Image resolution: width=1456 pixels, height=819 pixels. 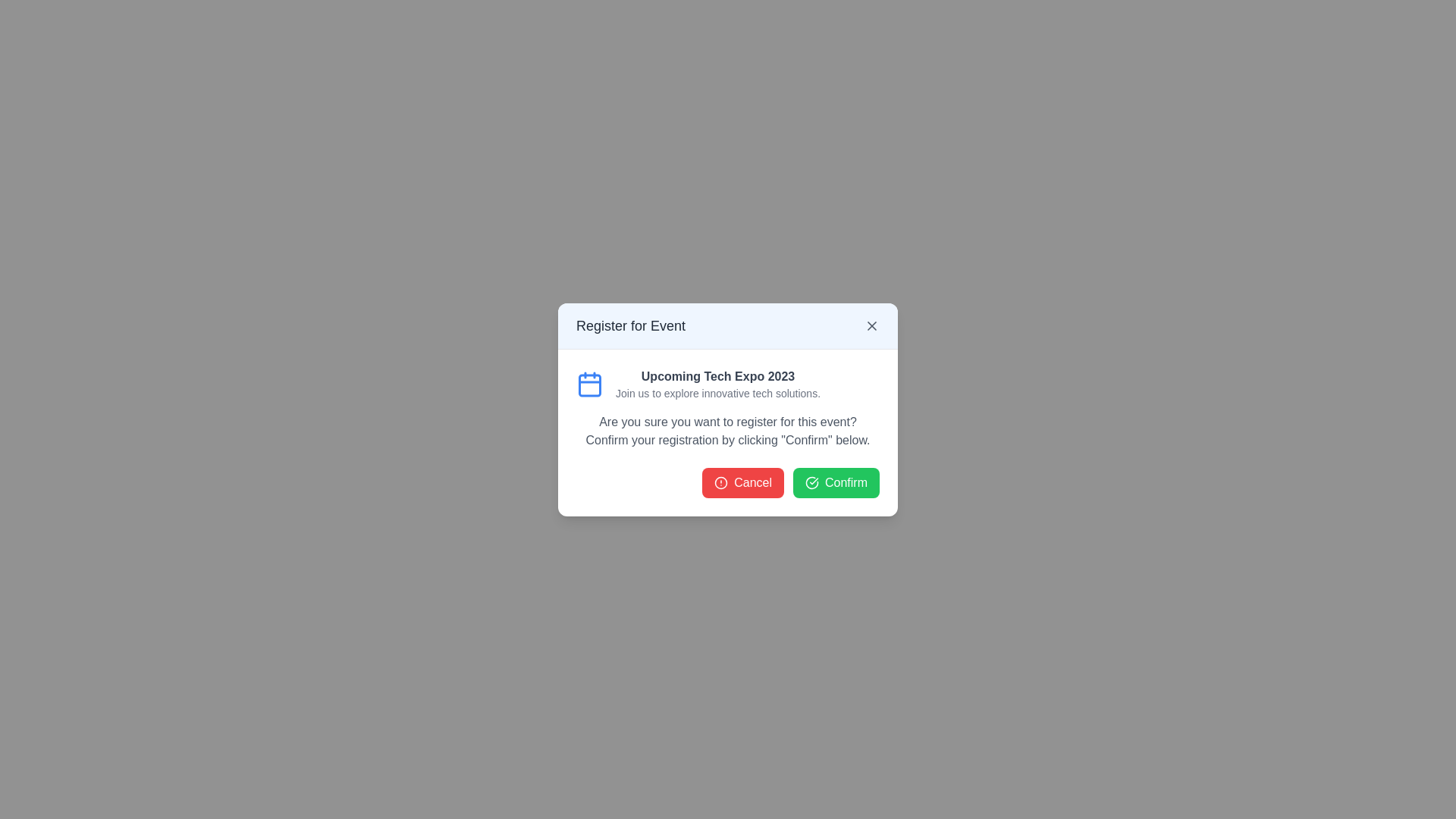 I want to click on the green checkmark icon inside a circle, located to the left of the 'Confirm' label in the bottom-right area of the modal dialog box, so click(x=811, y=482).